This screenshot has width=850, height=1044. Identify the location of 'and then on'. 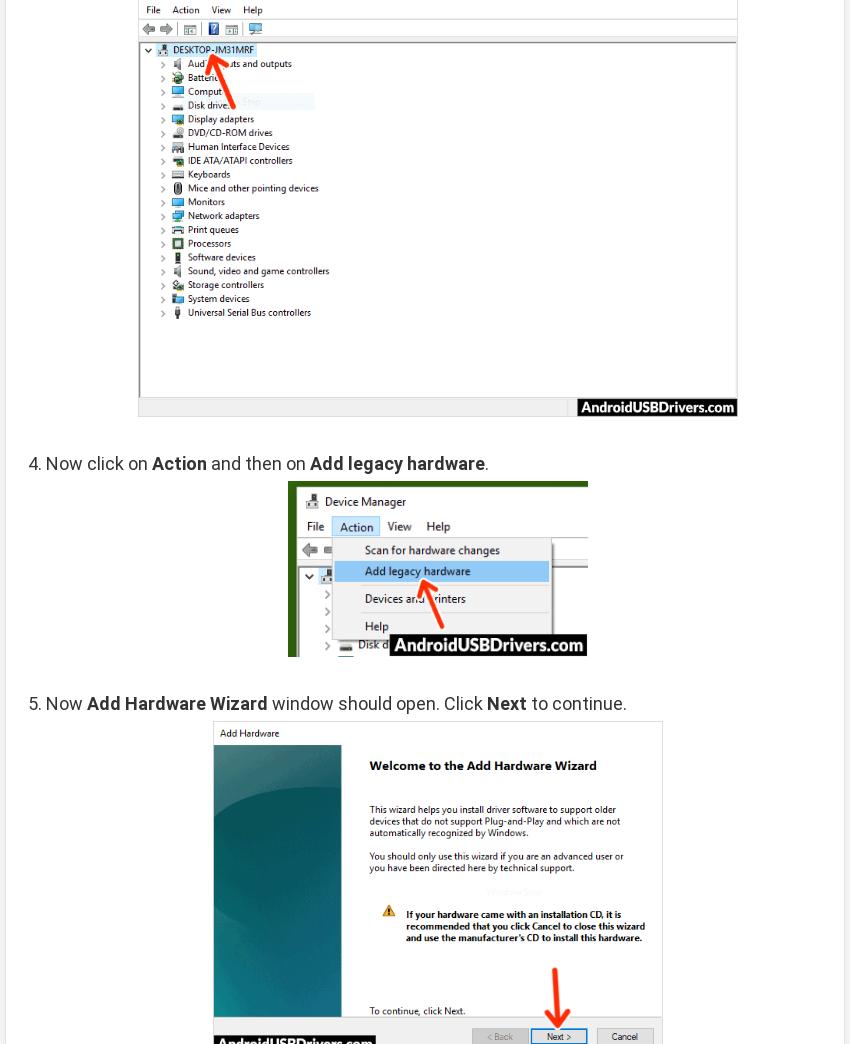
(257, 463).